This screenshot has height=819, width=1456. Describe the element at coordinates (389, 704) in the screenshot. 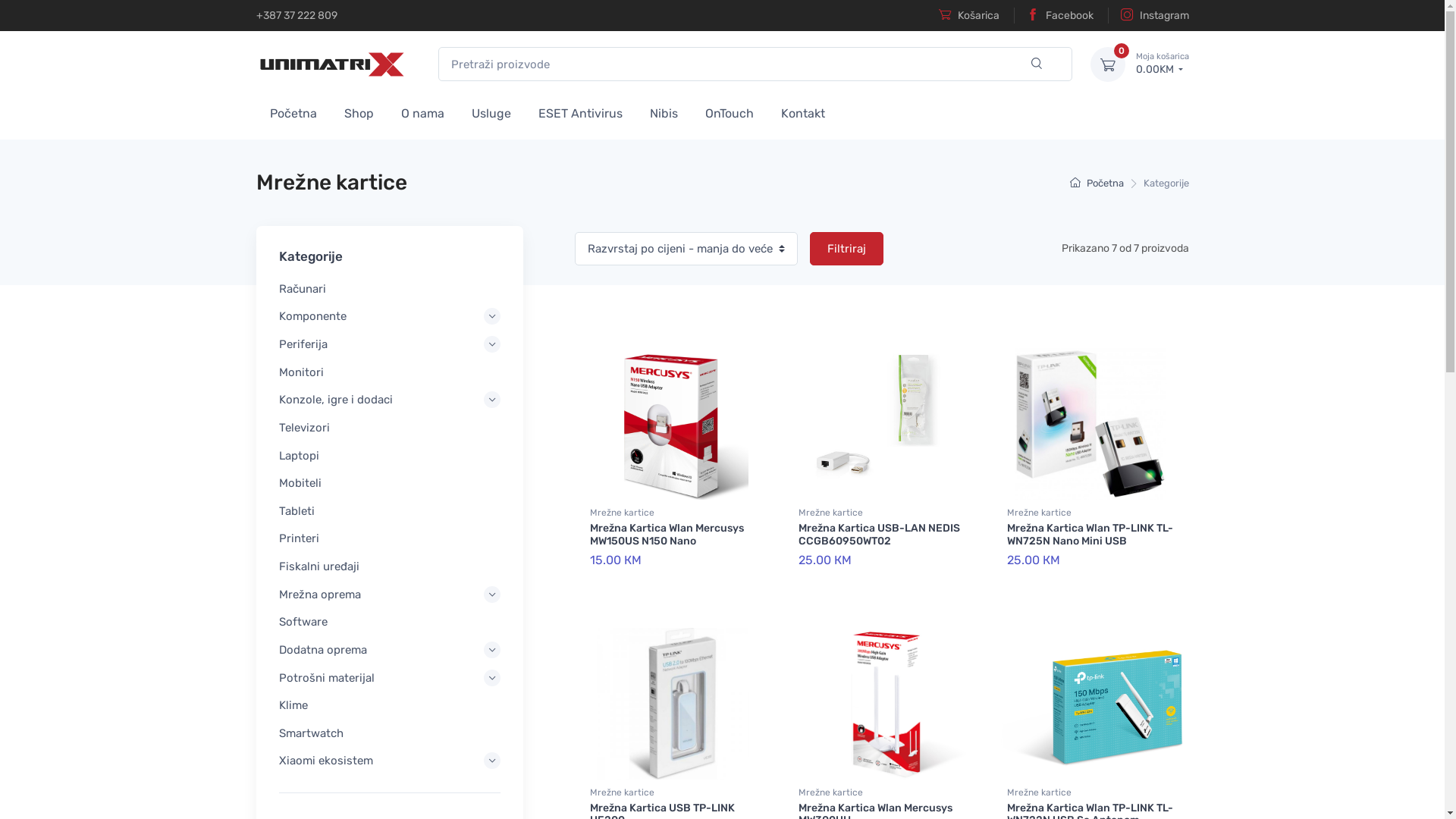

I see `'Klime'` at that location.